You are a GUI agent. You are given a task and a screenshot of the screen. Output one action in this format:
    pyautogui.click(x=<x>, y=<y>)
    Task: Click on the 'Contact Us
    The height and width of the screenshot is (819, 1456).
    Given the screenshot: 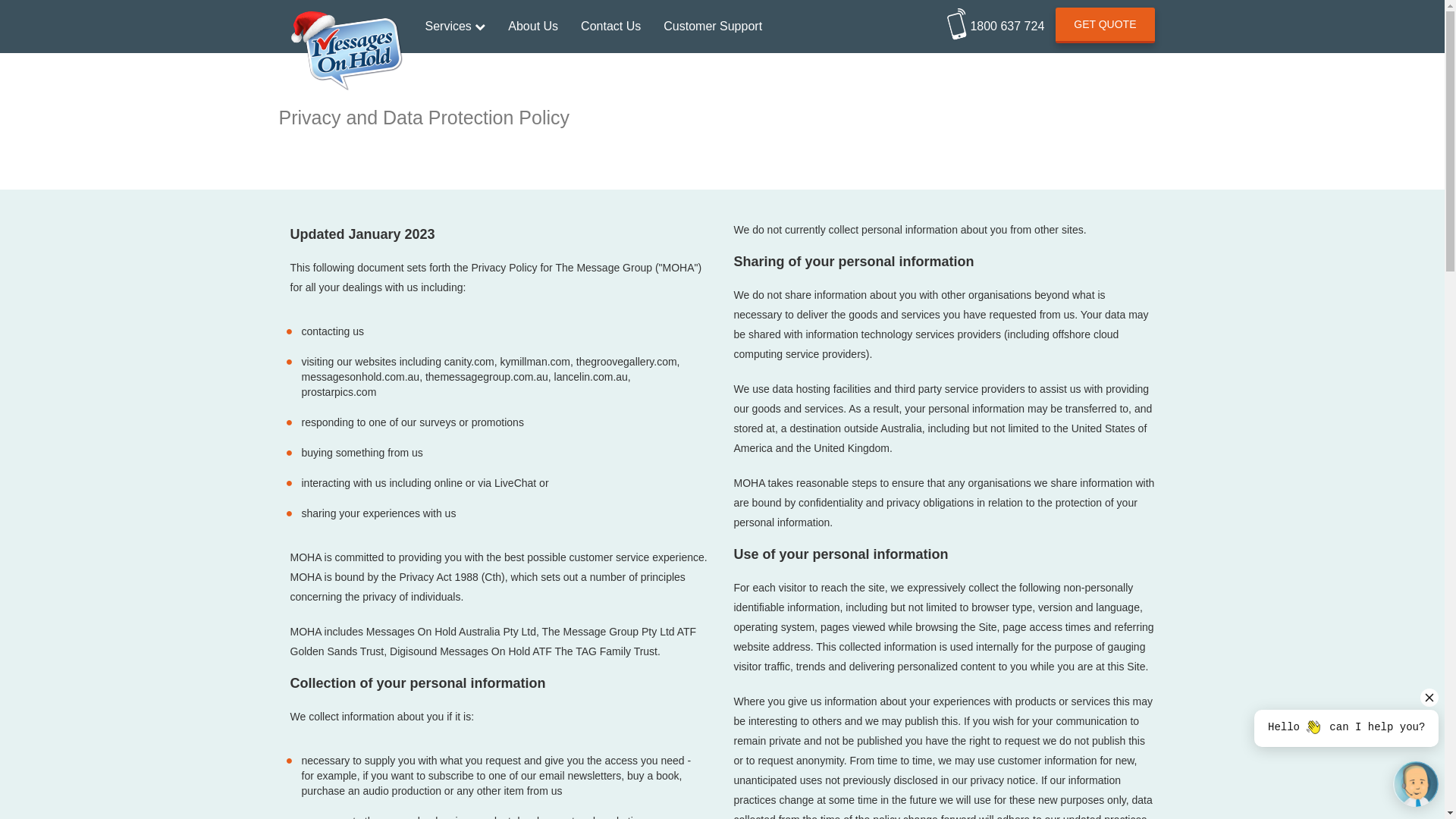 What is the action you would take?
    pyautogui.click(x=610, y=26)
    